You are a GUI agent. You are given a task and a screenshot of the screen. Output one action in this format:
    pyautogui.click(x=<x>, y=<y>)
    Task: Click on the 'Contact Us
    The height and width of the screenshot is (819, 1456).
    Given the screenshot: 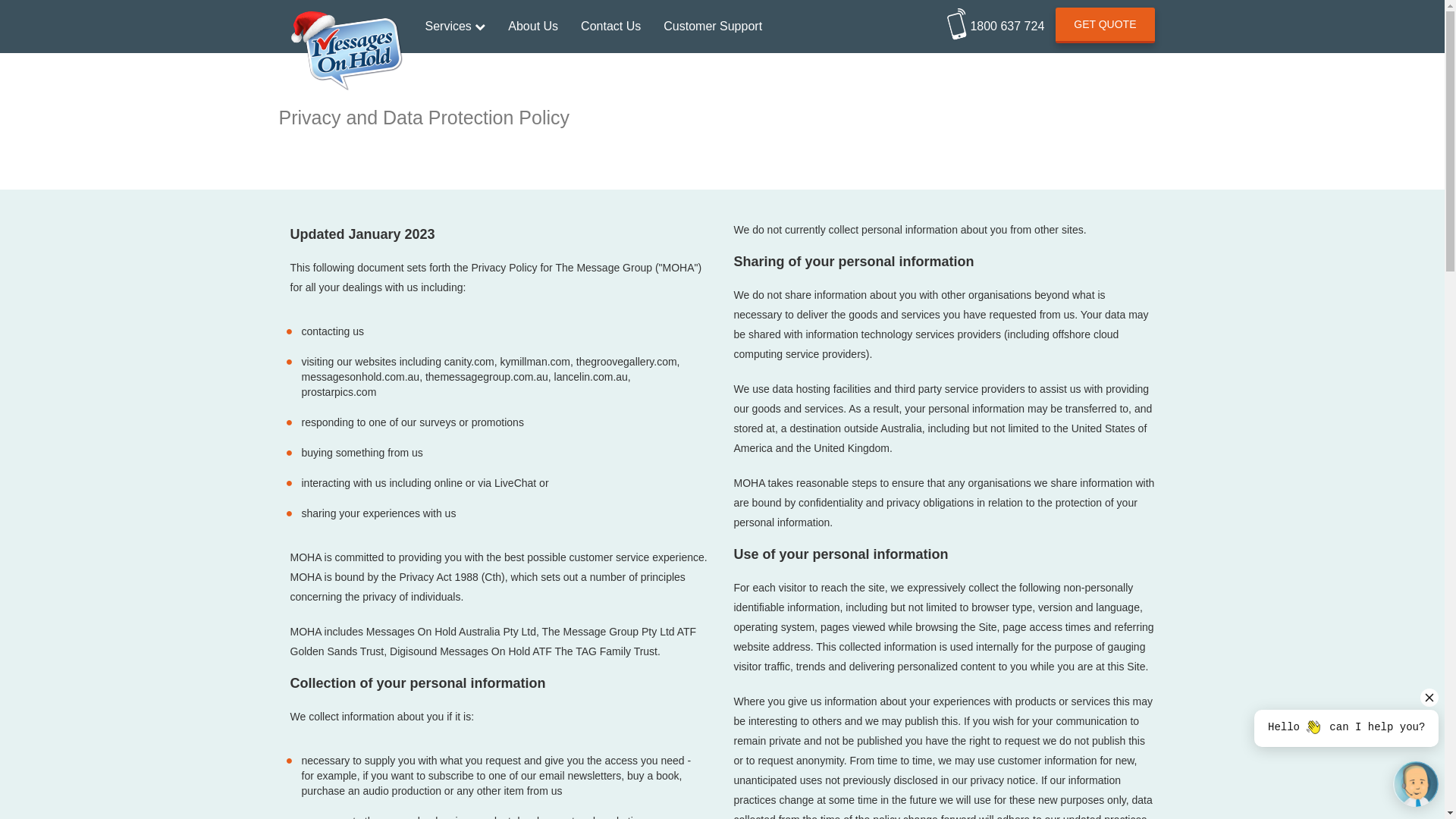 What is the action you would take?
    pyautogui.click(x=610, y=26)
    